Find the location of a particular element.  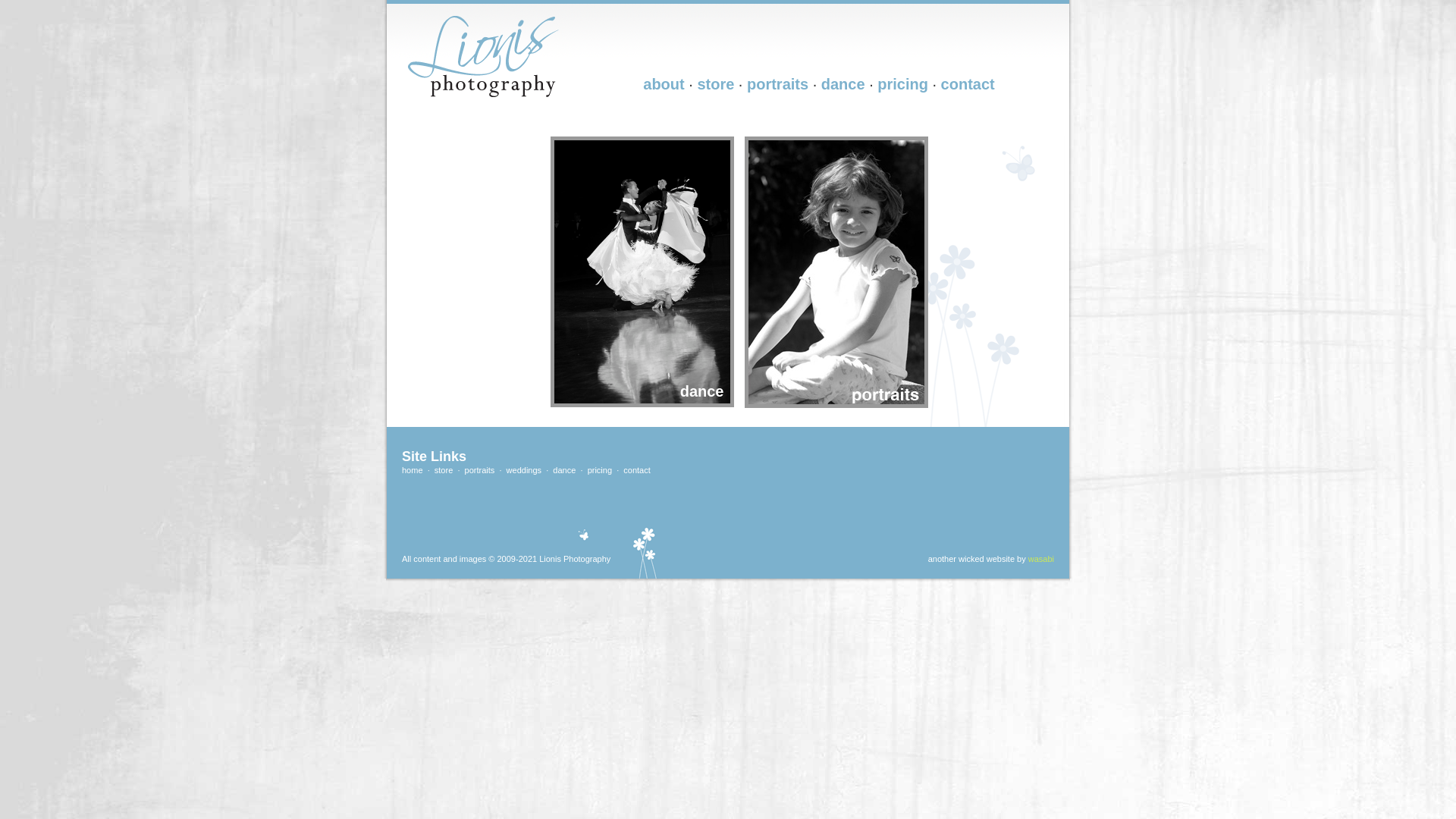

'pricing' is located at coordinates (599, 469).